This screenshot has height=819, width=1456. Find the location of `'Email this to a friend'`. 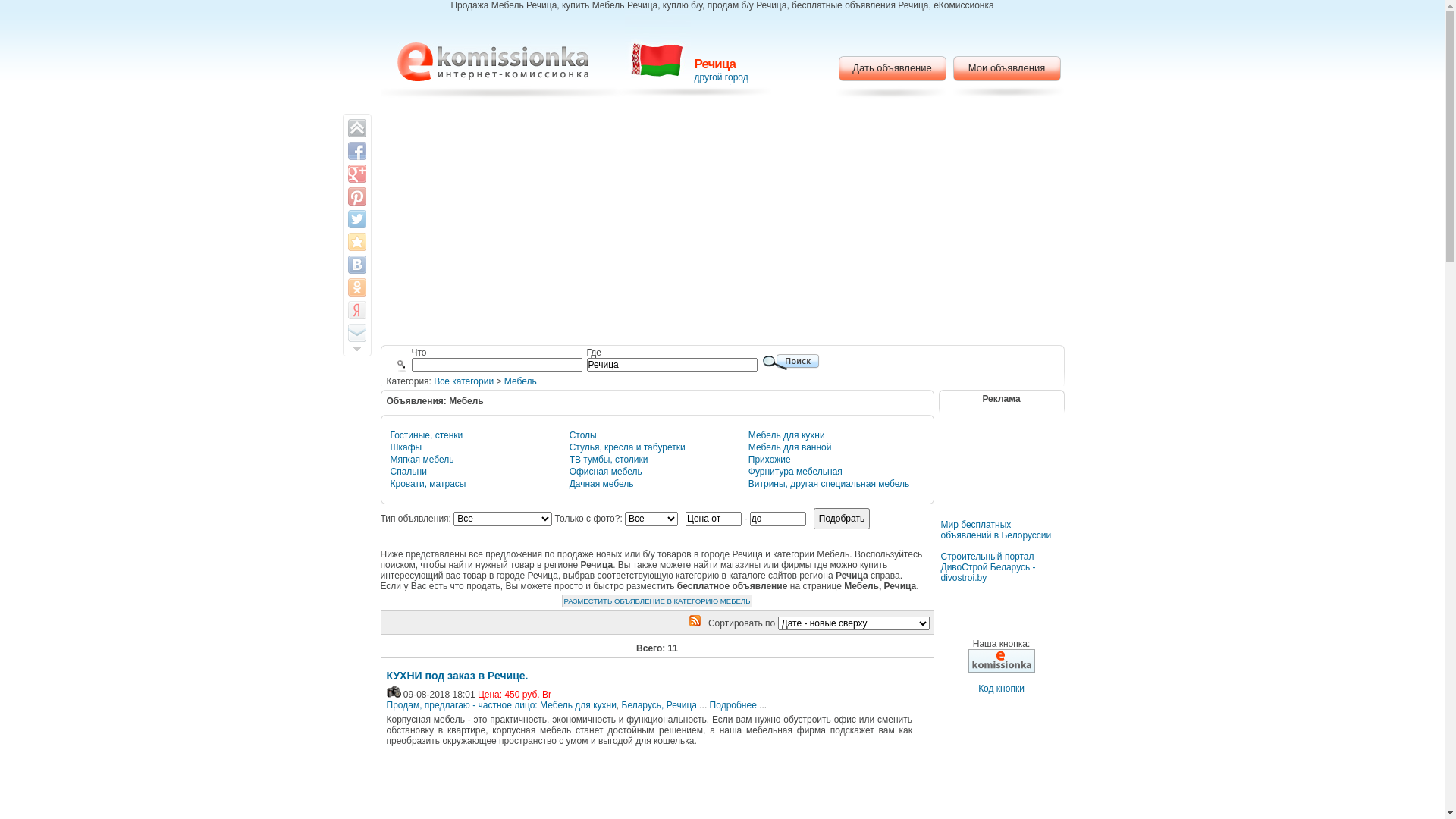

'Email this to a friend' is located at coordinates (356, 332).